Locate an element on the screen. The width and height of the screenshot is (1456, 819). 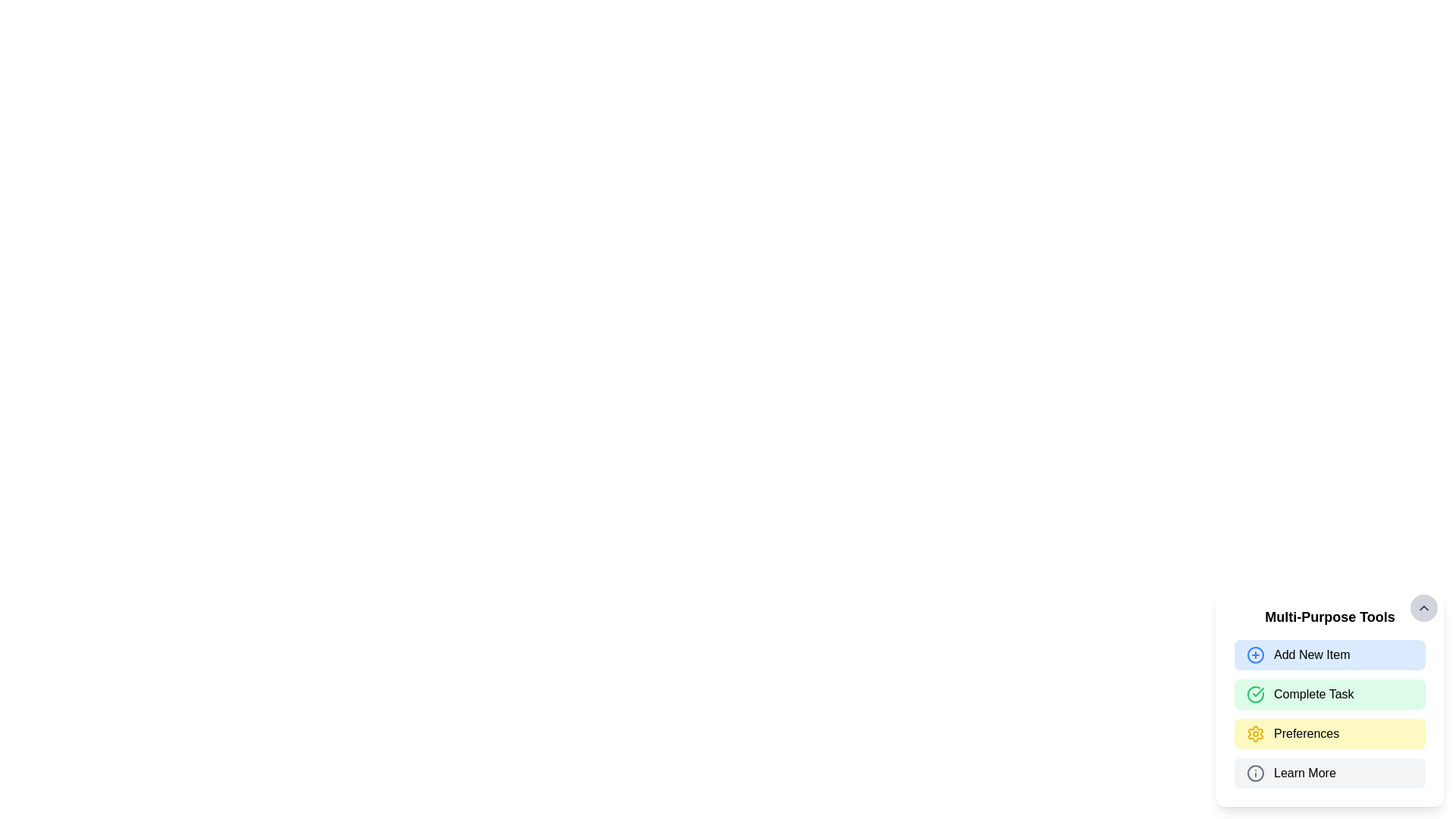
the first actionable label or button under the 'Multi-Purpose Tools' header is located at coordinates (1310, 654).